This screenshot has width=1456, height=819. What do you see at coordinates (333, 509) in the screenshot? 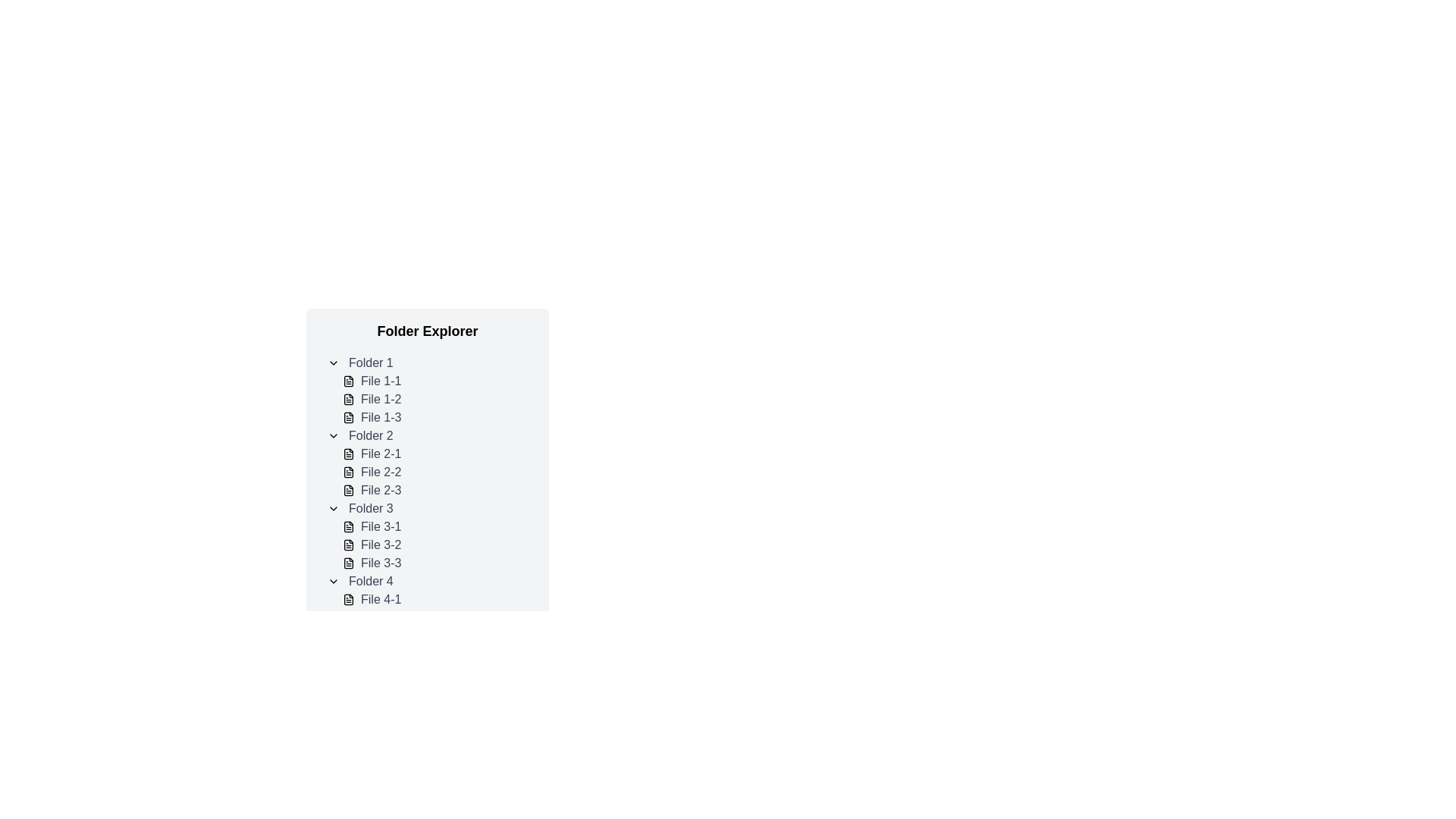
I see `the Chevron Down Icon` at bounding box center [333, 509].